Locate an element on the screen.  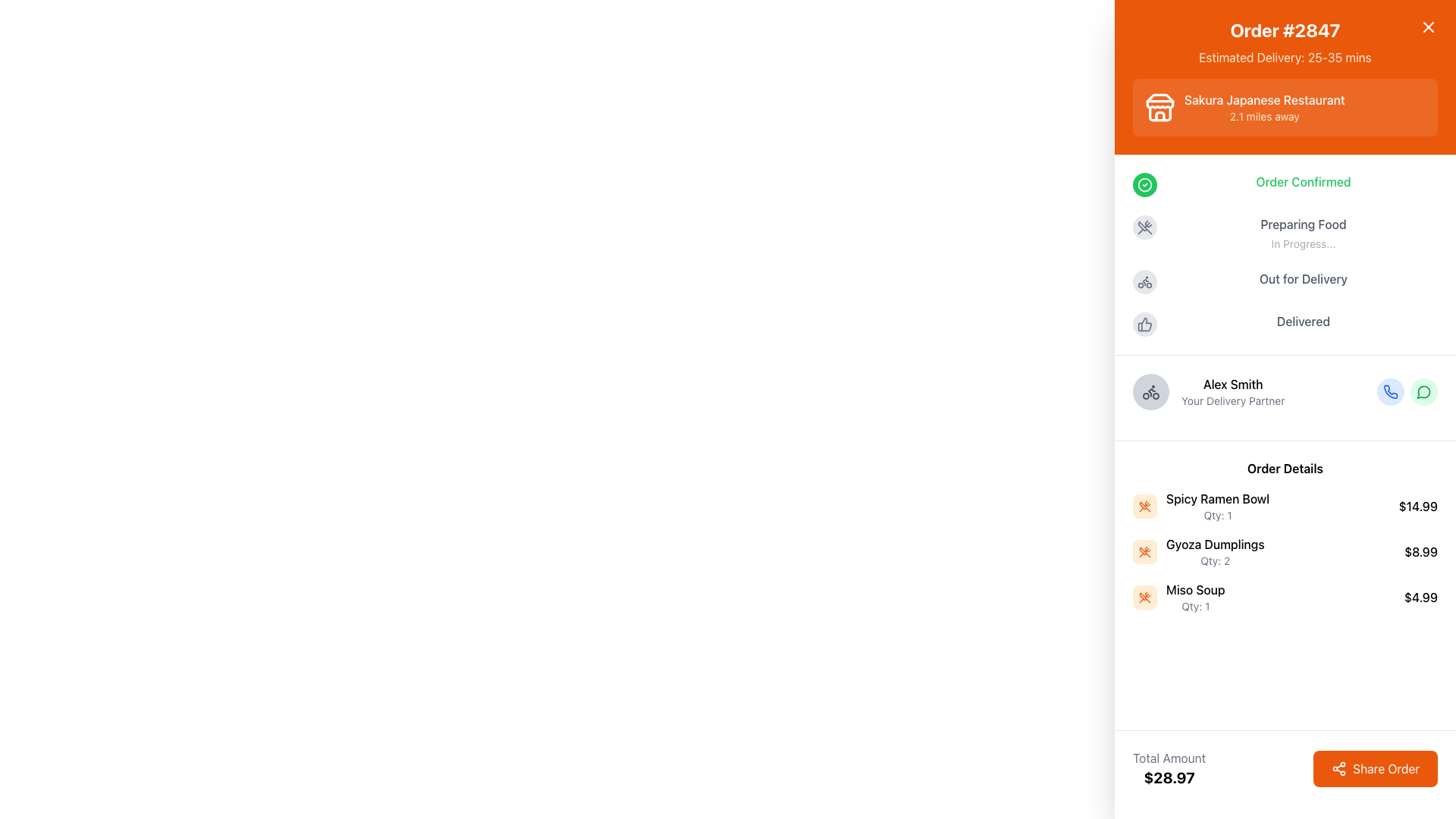
the Close Button (SVG icon) located at the top-right corner of the interface, adjacent to 'Order #2847' is located at coordinates (1427, 27).